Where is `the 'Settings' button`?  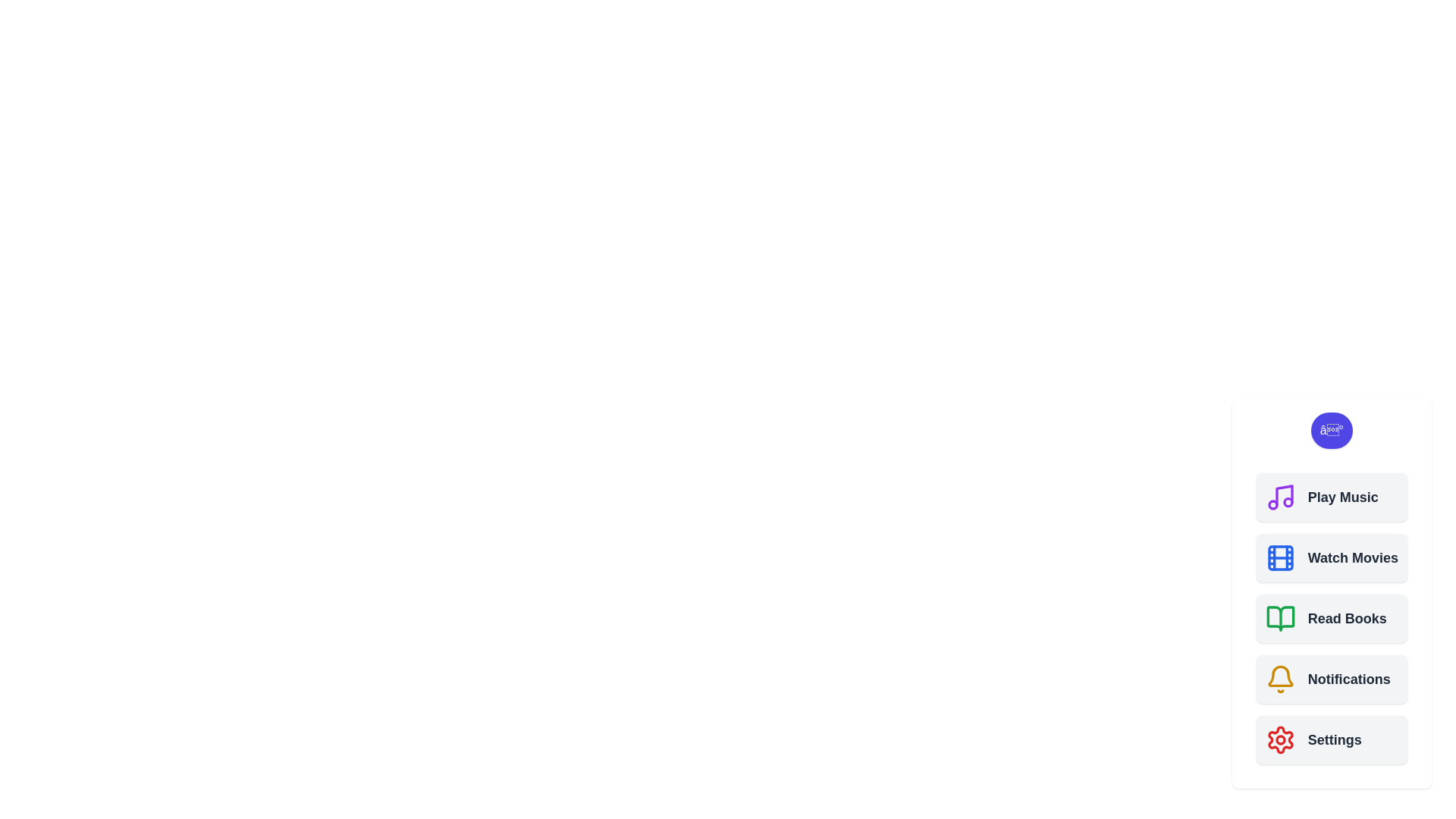
the 'Settings' button is located at coordinates (1331, 739).